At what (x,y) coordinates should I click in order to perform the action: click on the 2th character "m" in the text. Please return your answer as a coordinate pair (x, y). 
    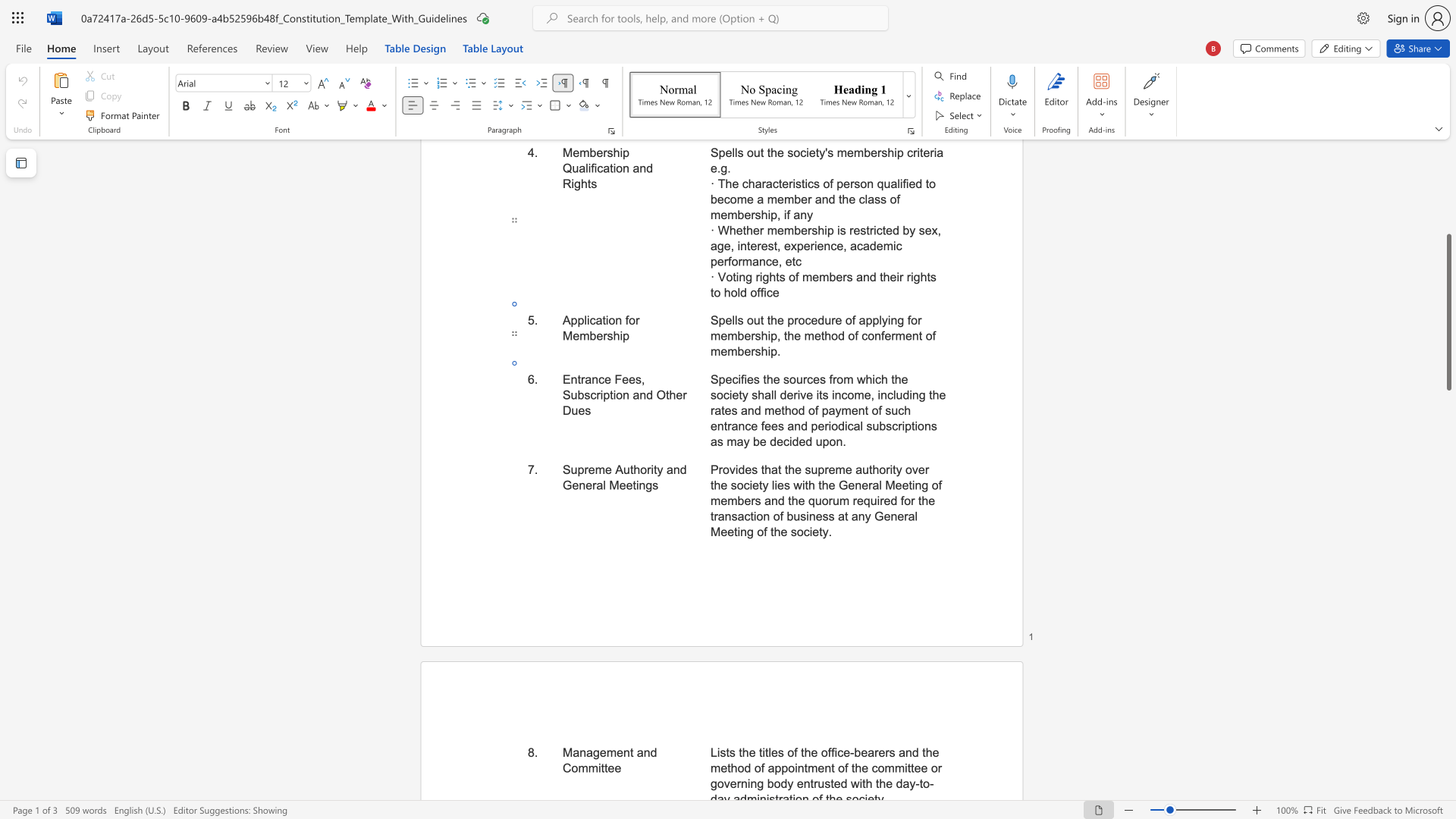
    Looking at the image, I should click on (714, 500).